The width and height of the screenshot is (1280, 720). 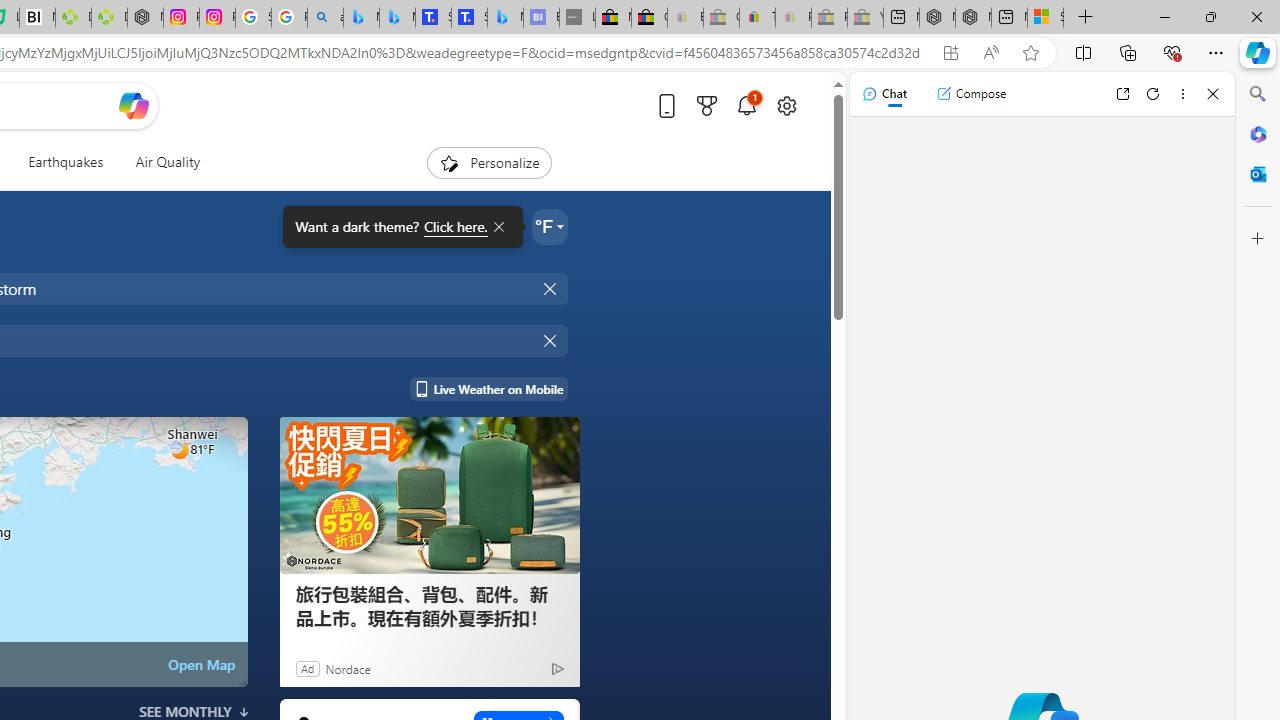 What do you see at coordinates (971, 93) in the screenshot?
I see `'Compose'` at bounding box center [971, 93].